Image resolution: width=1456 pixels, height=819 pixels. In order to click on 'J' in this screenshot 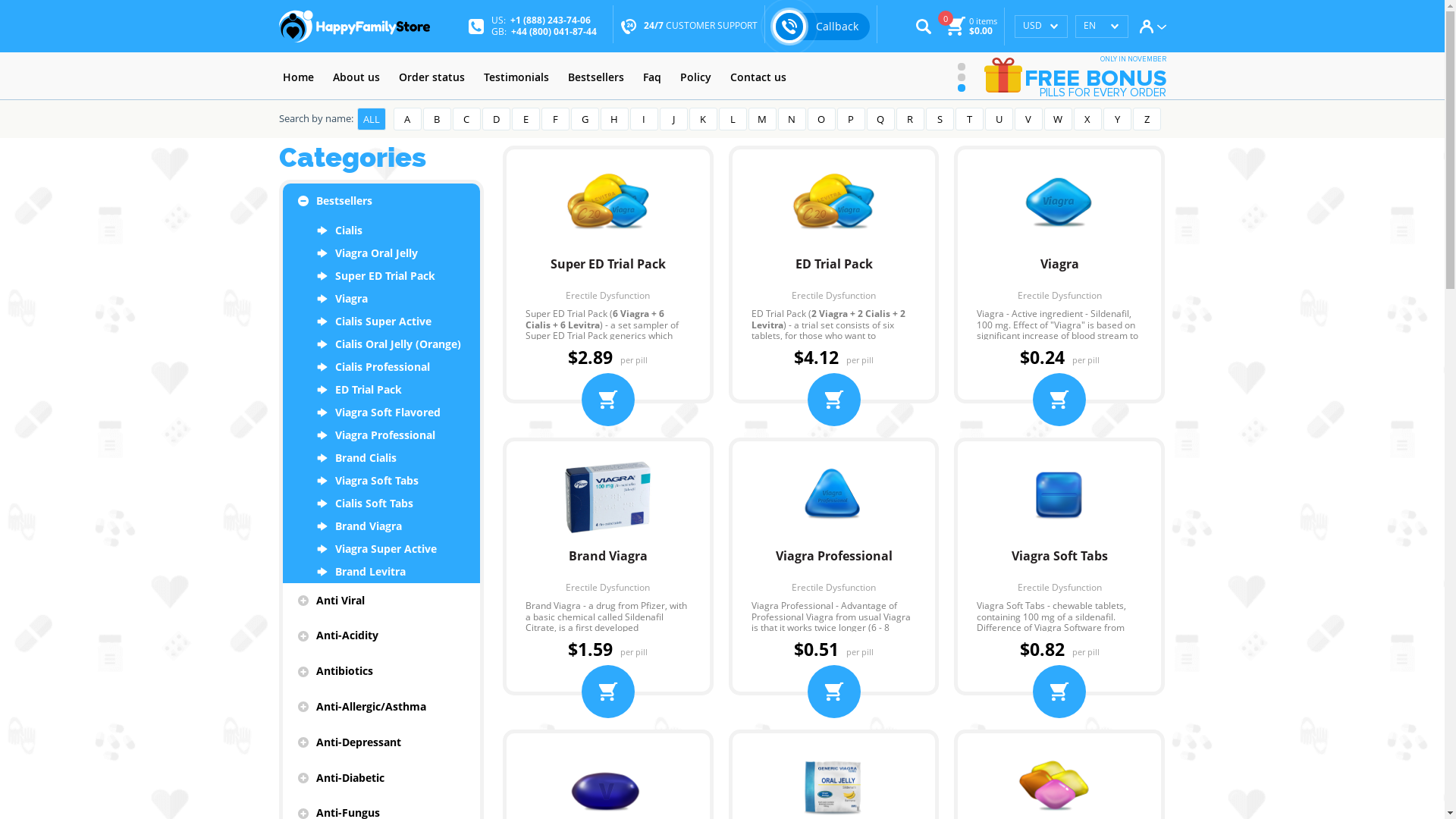, I will do `click(673, 118)`.